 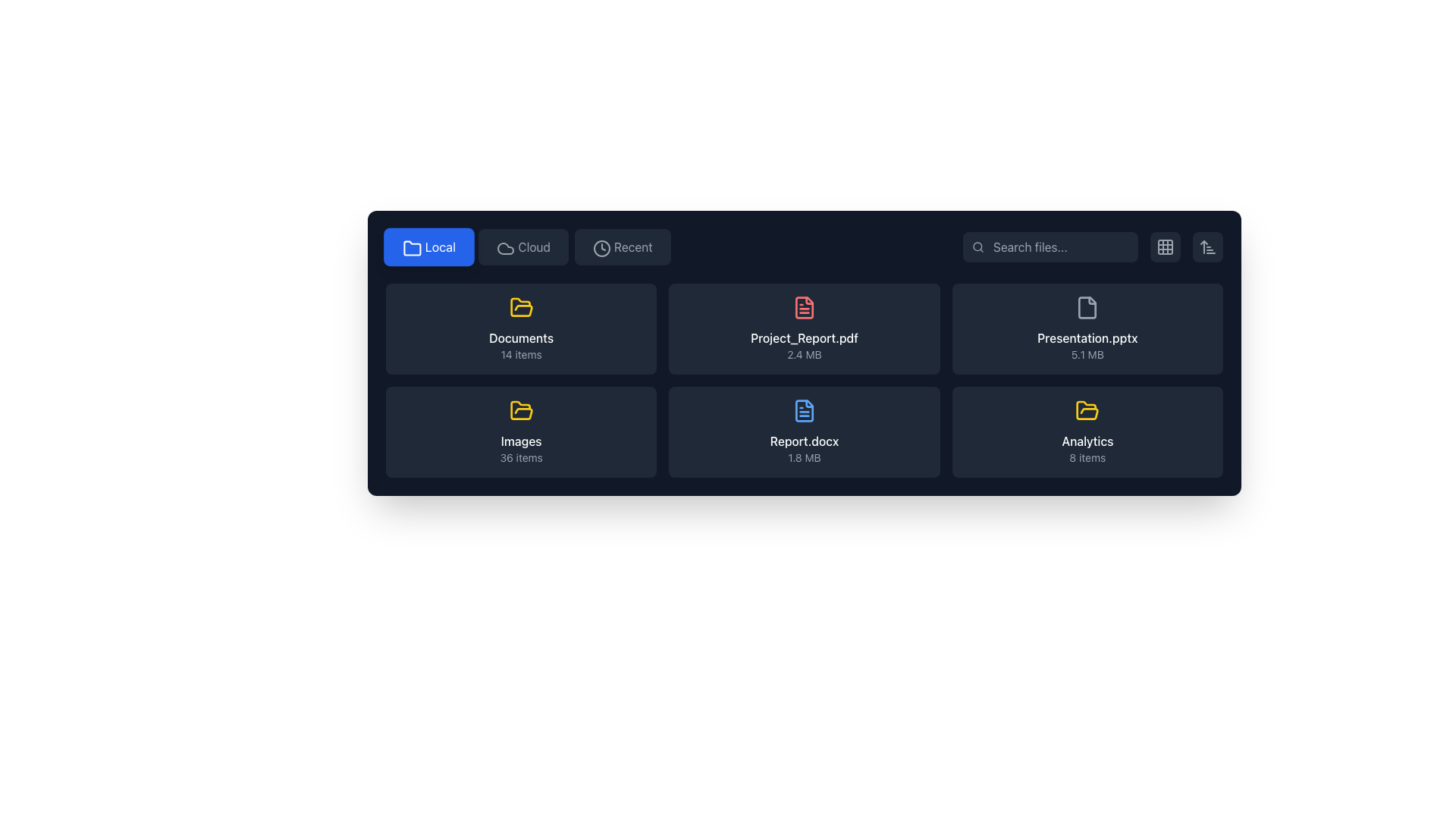 What do you see at coordinates (1087, 432) in the screenshot?
I see `the yellow folder tile labeled 'Analytics'` at bounding box center [1087, 432].